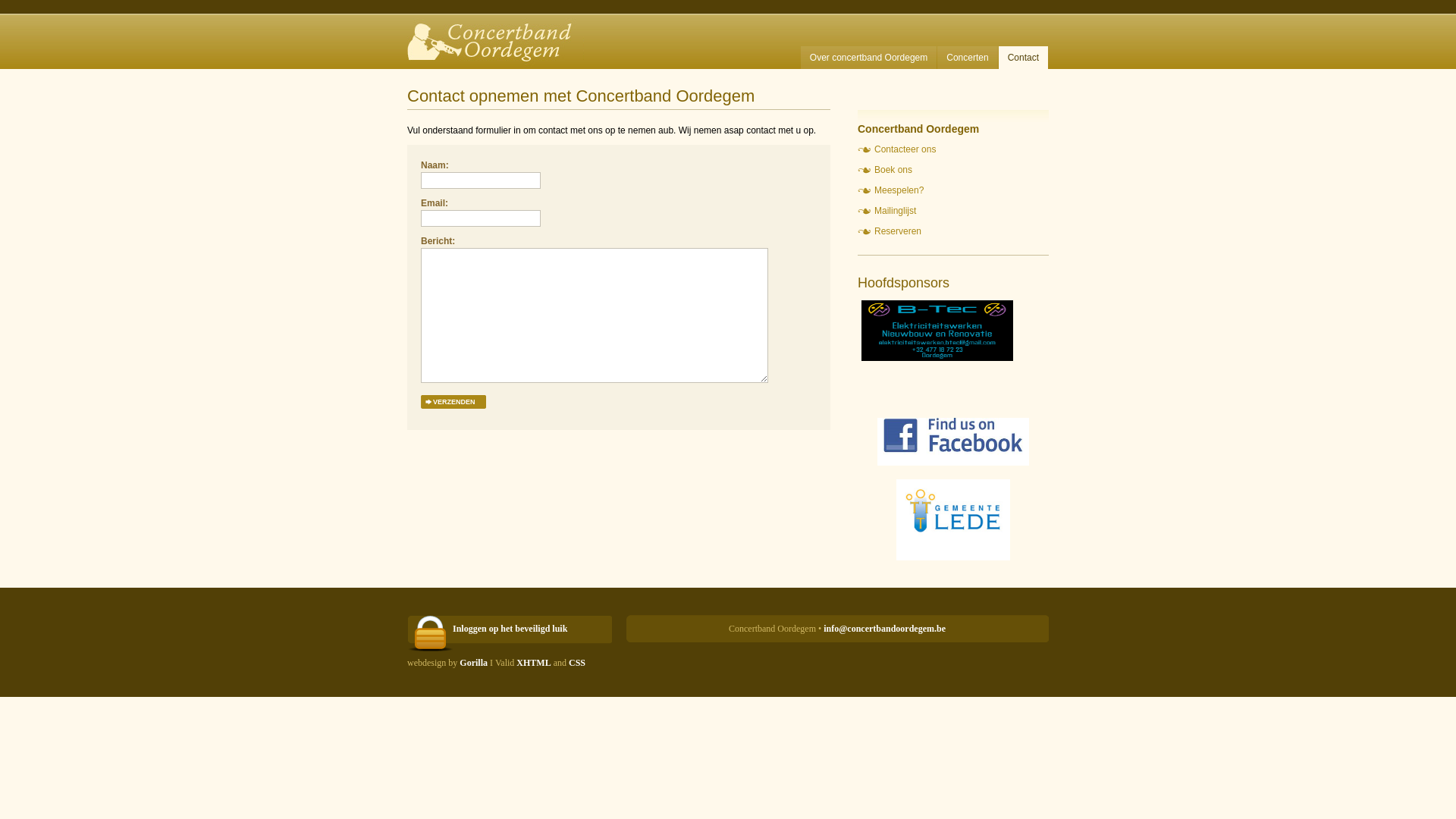 This screenshot has width=1456, height=819. I want to click on 'Contact', so click(1023, 57).